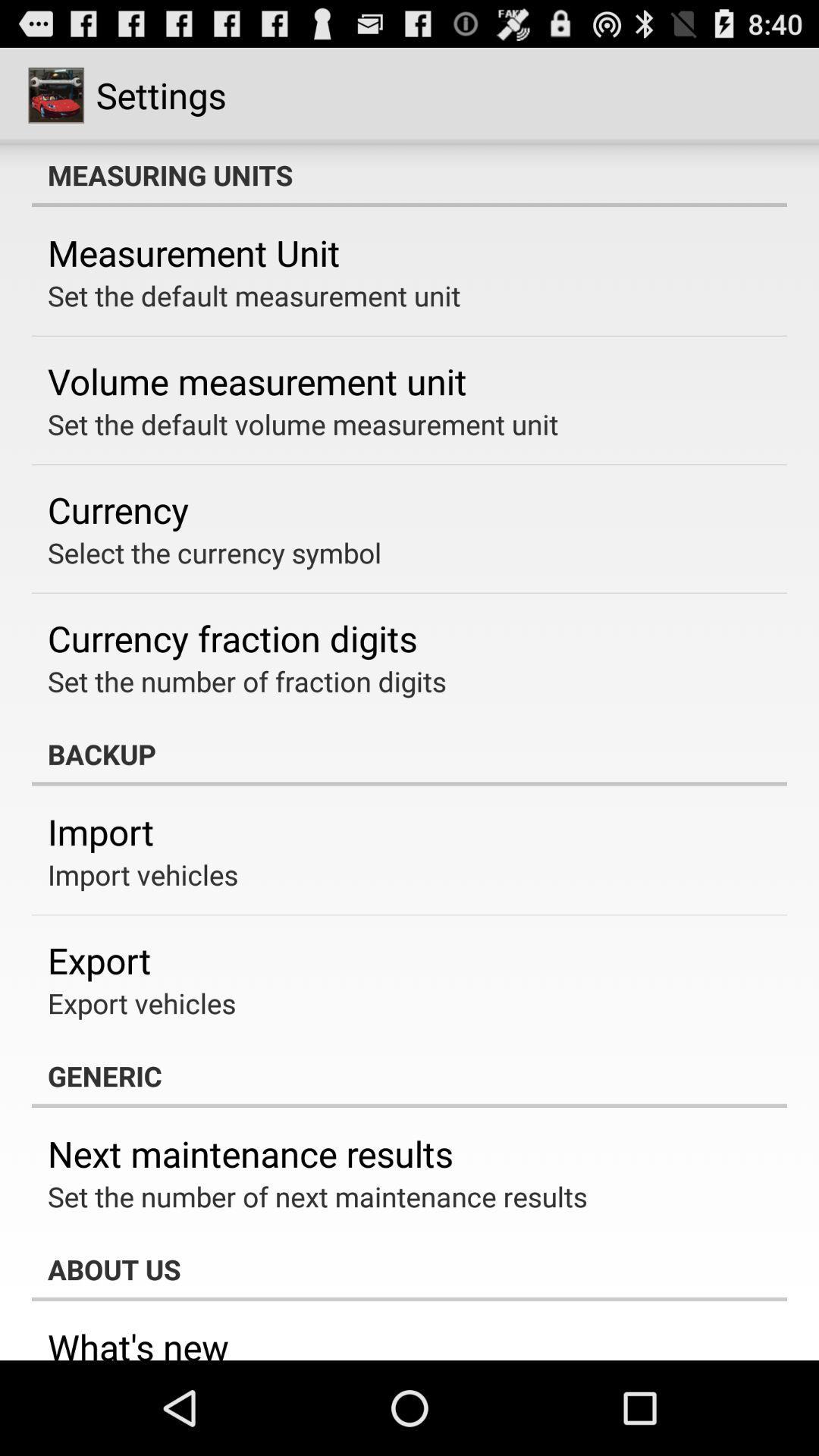  Describe the element at coordinates (138, 1341) in the screenshot. I see `icon below the about us item` at that location.